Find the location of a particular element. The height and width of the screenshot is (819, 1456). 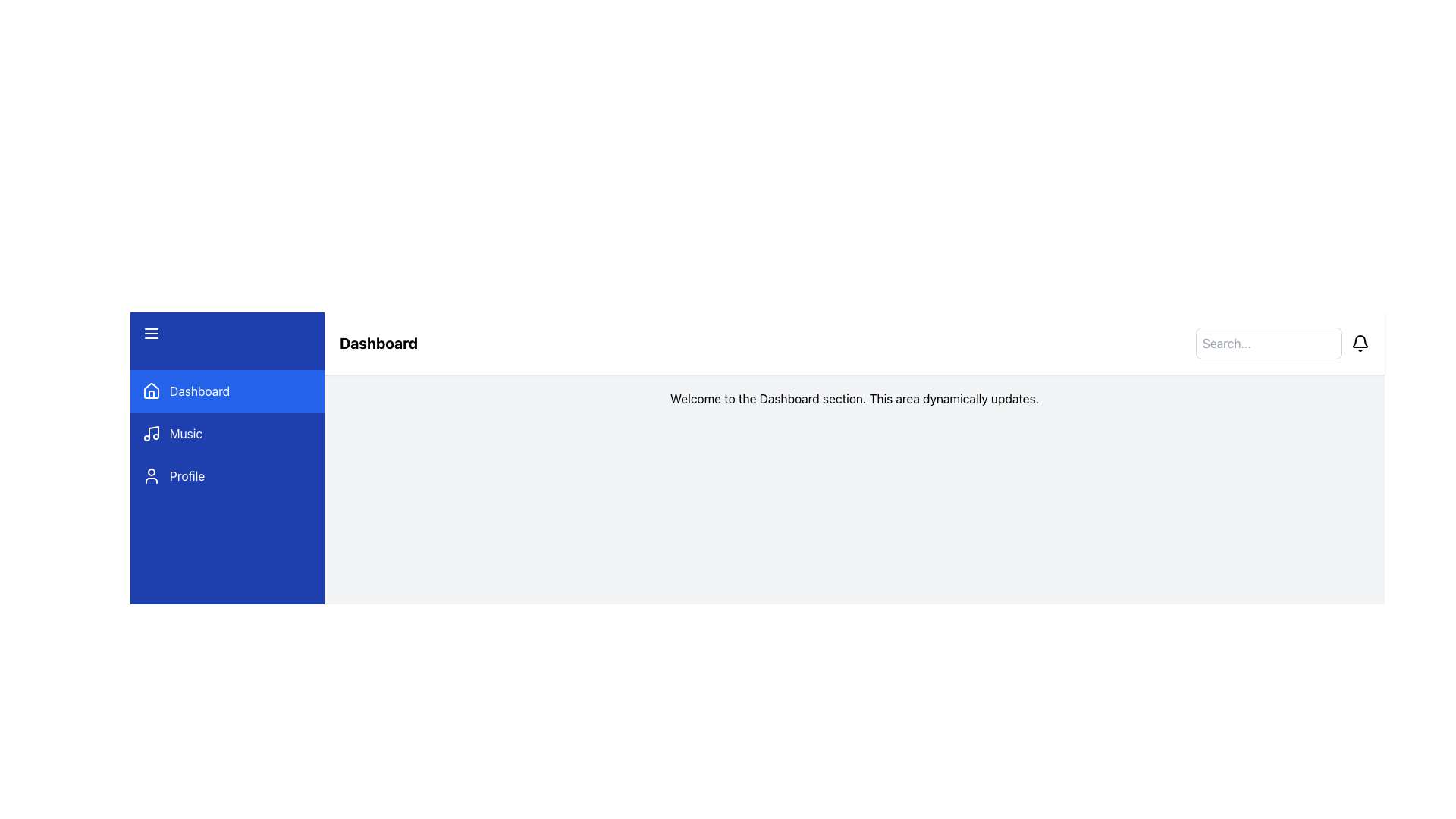

the 'Profile' navigation link located in the vertical navigation bar, which is the third item in the list is located at coordinates (226, 475).